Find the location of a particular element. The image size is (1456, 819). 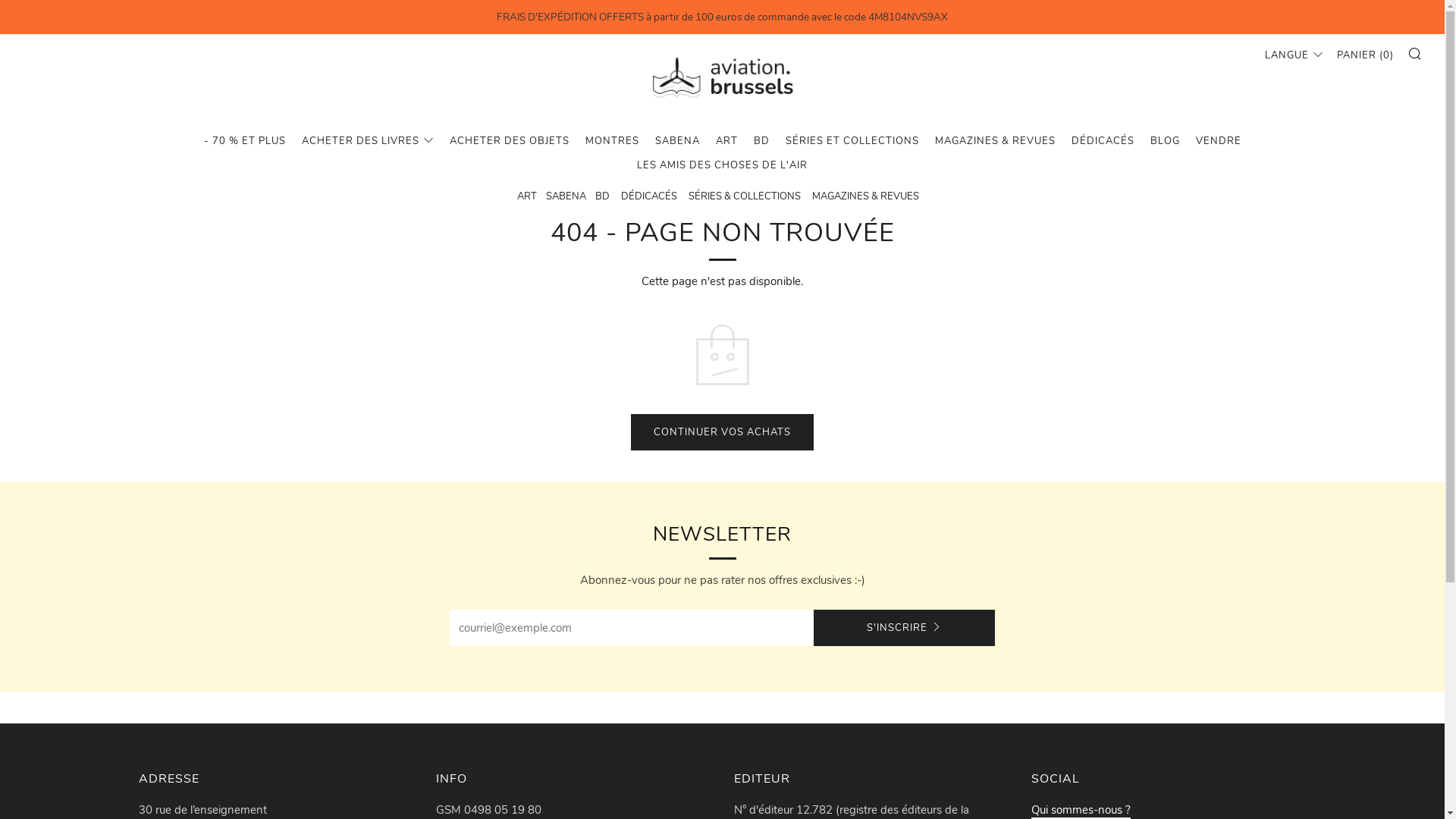

'MONTRES' is located at coordinates (612, 140).